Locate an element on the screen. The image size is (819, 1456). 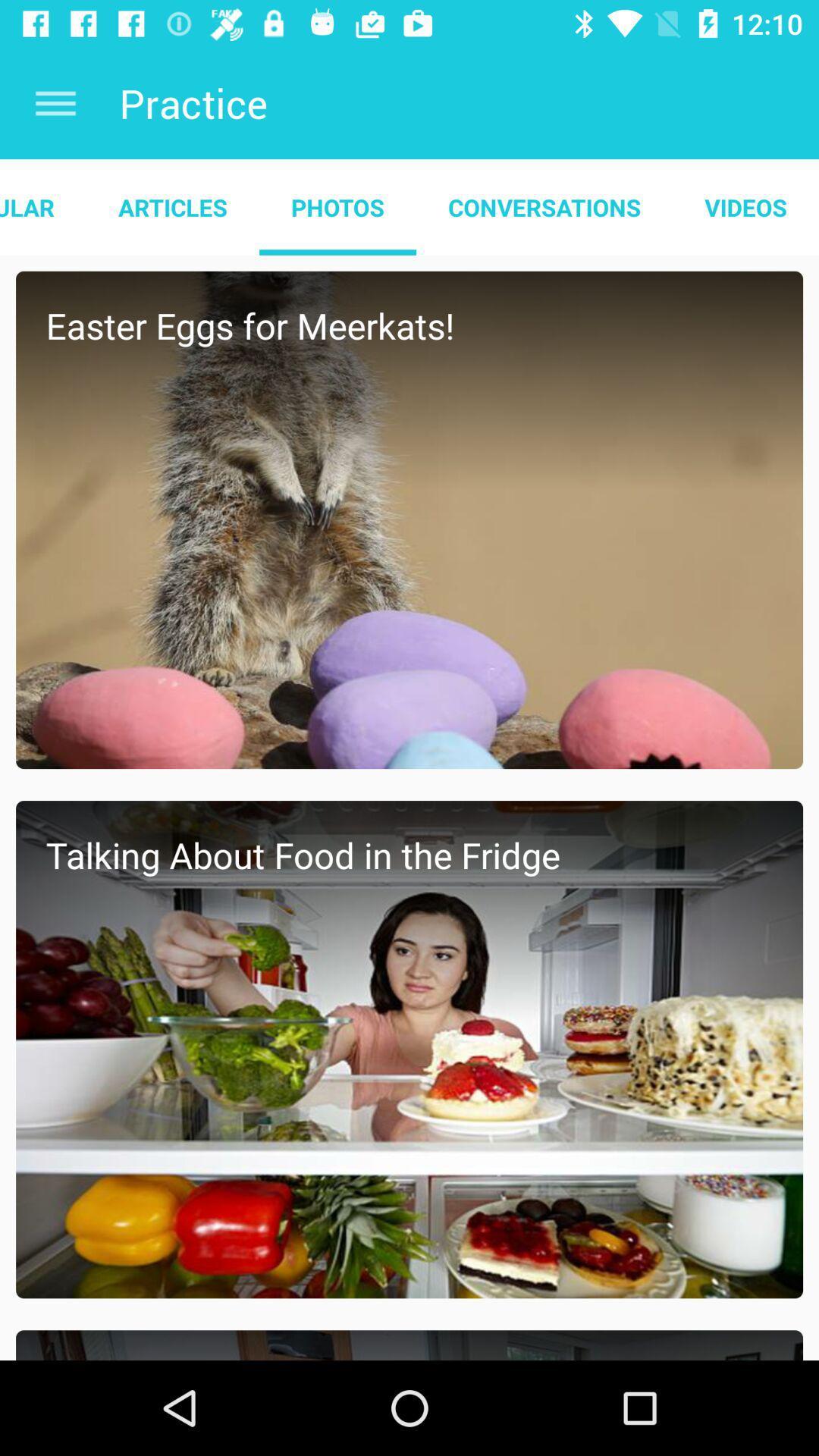
conversations item is located at coordinates (544, 206).